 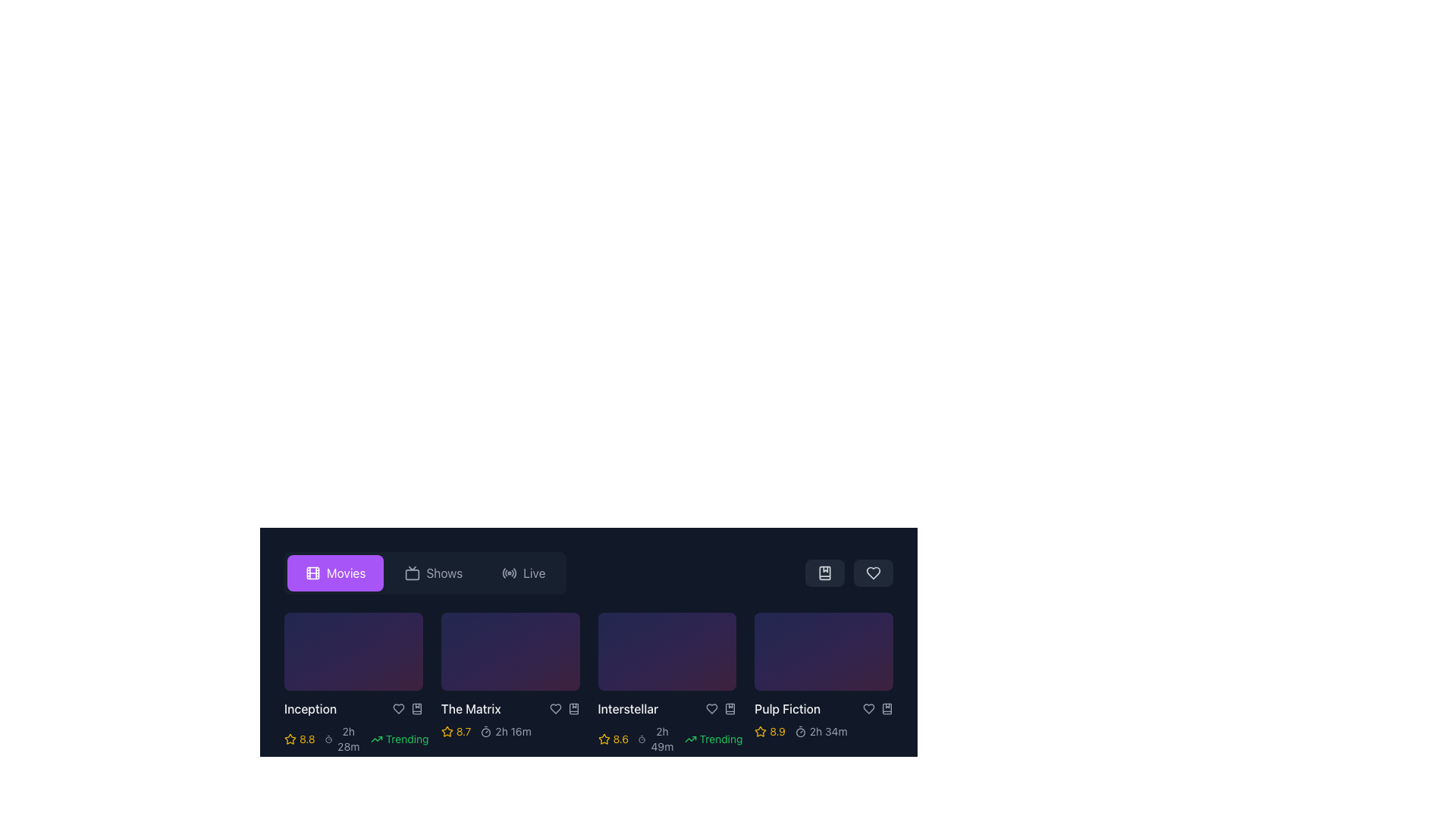 I want to click on the small square icon resembling a book located in the second slot of the grouped icons at the bottom of 'The Matrix' card, so click(x=416, y=708).